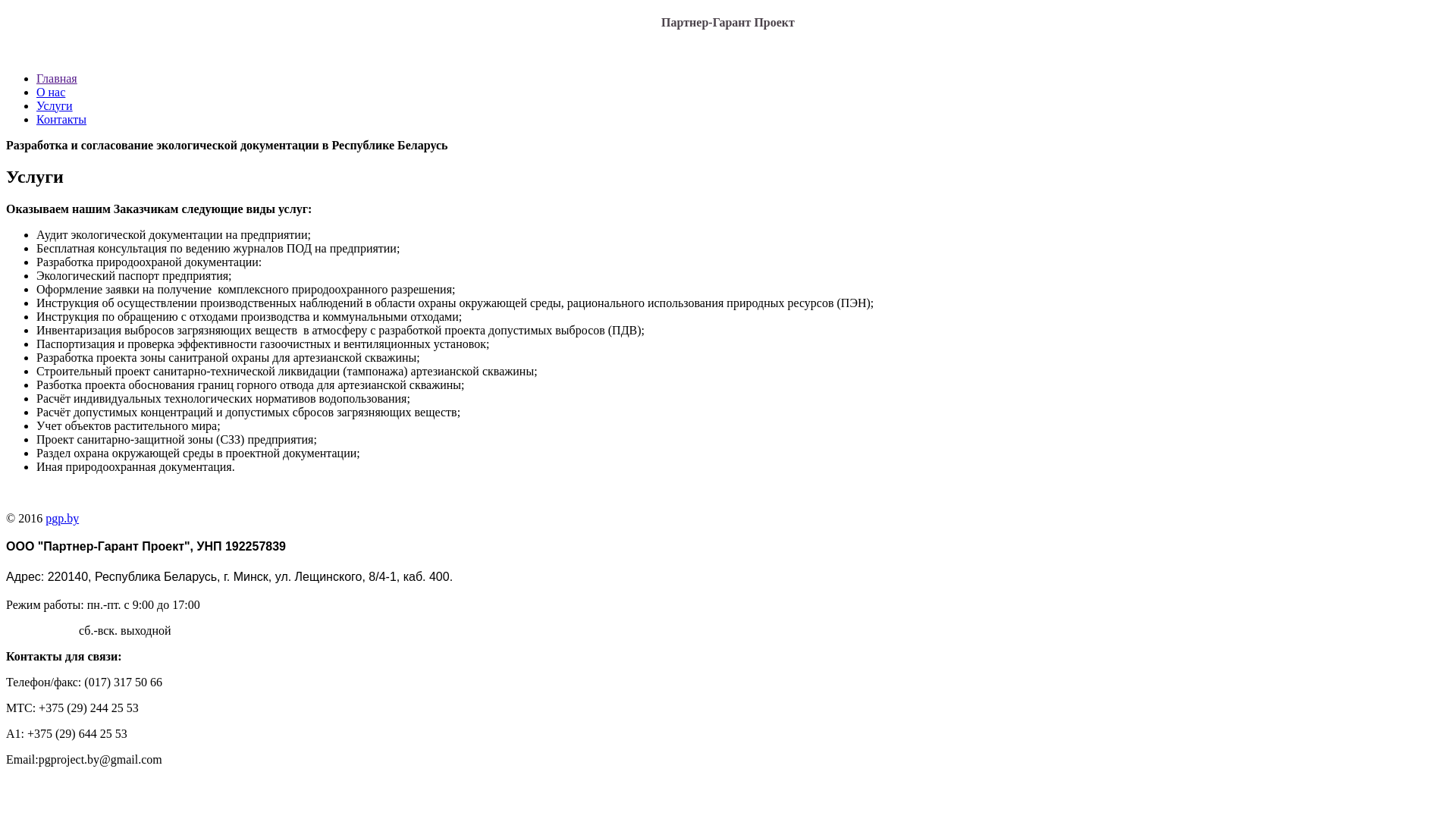  Describe the element at coordinates (48, 517) in the screenshot. I see `'p'` at that location.